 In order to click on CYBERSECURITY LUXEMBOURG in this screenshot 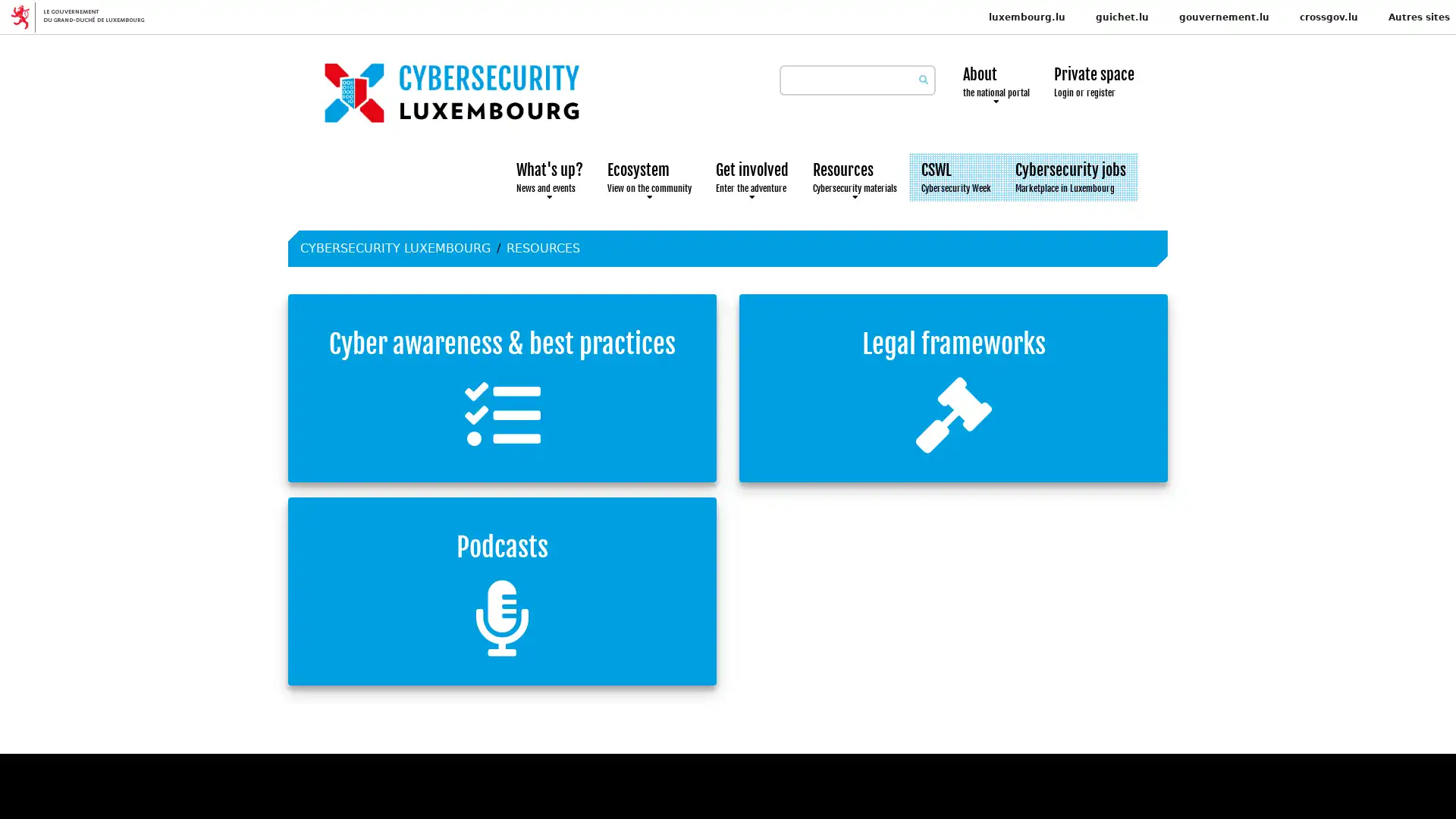, I will do `click(395, 247)`.